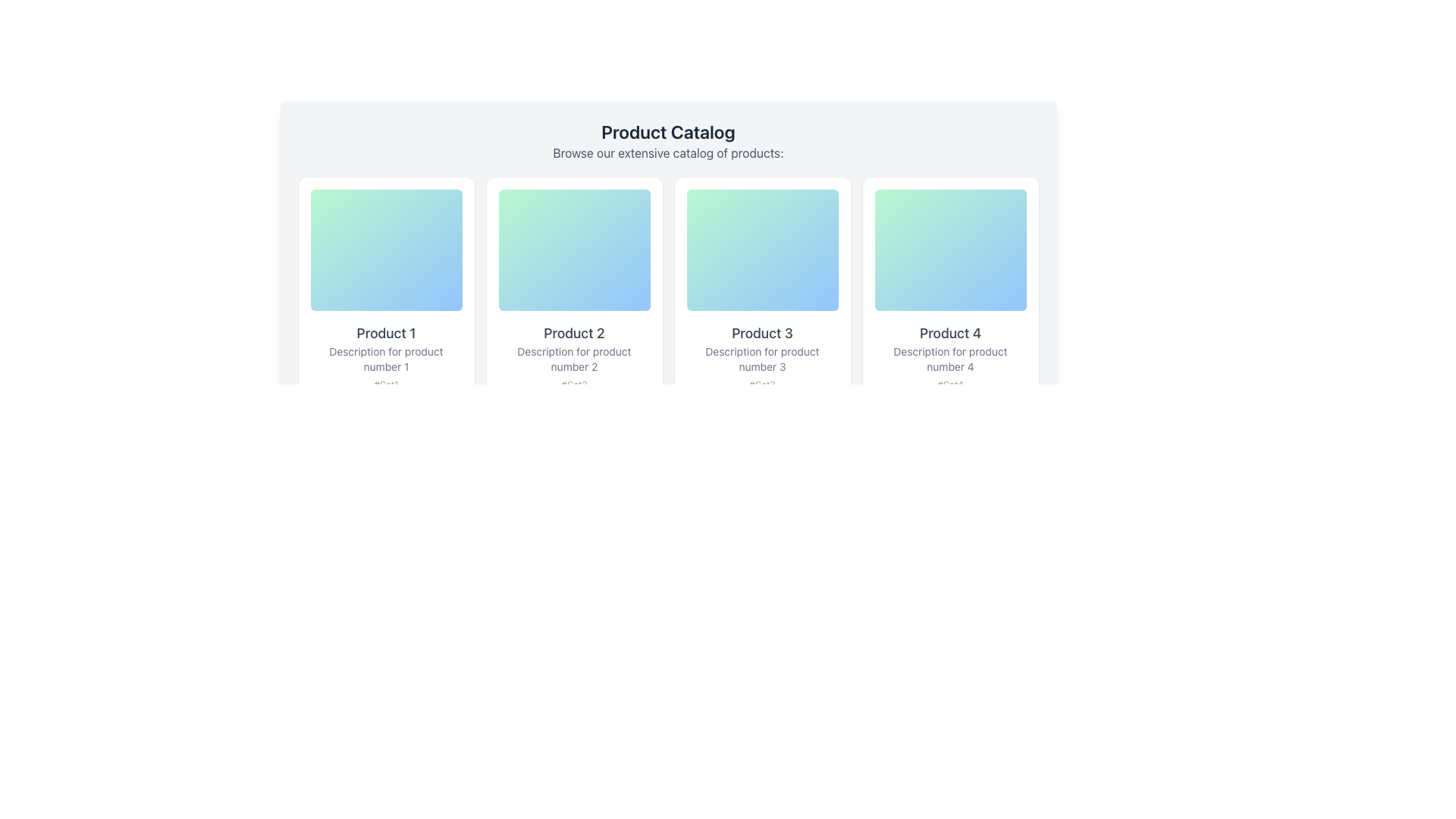  What do you see at coordinates (573, 249) in the screenshot?
I see `the decorative image placeholder located at the top of the 'Product 2' card, which enhances visual appeal or conveys product-related imagery` at bounding box center [573, 249].